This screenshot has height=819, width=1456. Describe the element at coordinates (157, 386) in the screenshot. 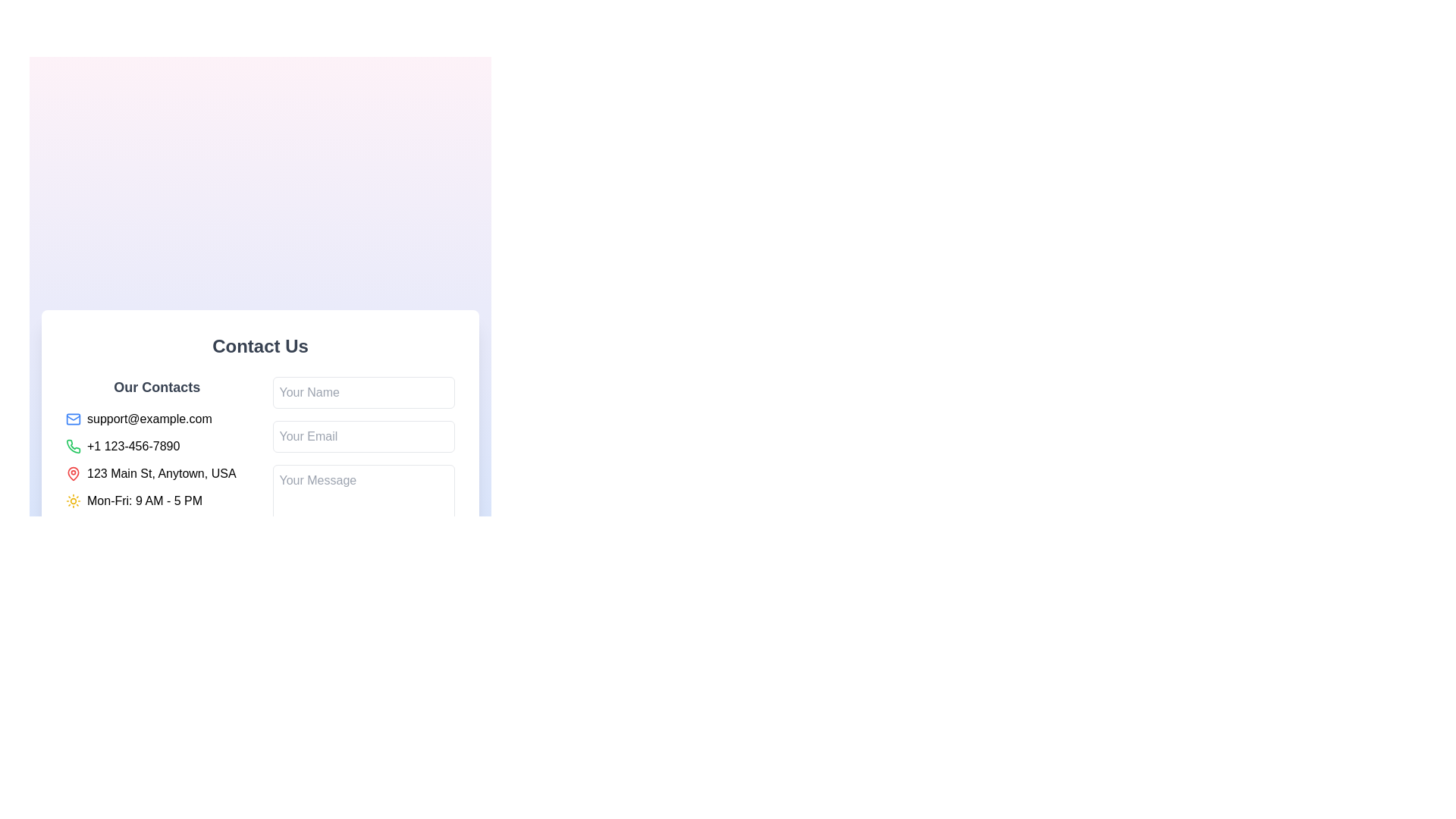

I see `the bold text element reading 'Our Contacts,' which is styled in a larger font size and dark gray color, located at the top center of the contact information section` at that location.